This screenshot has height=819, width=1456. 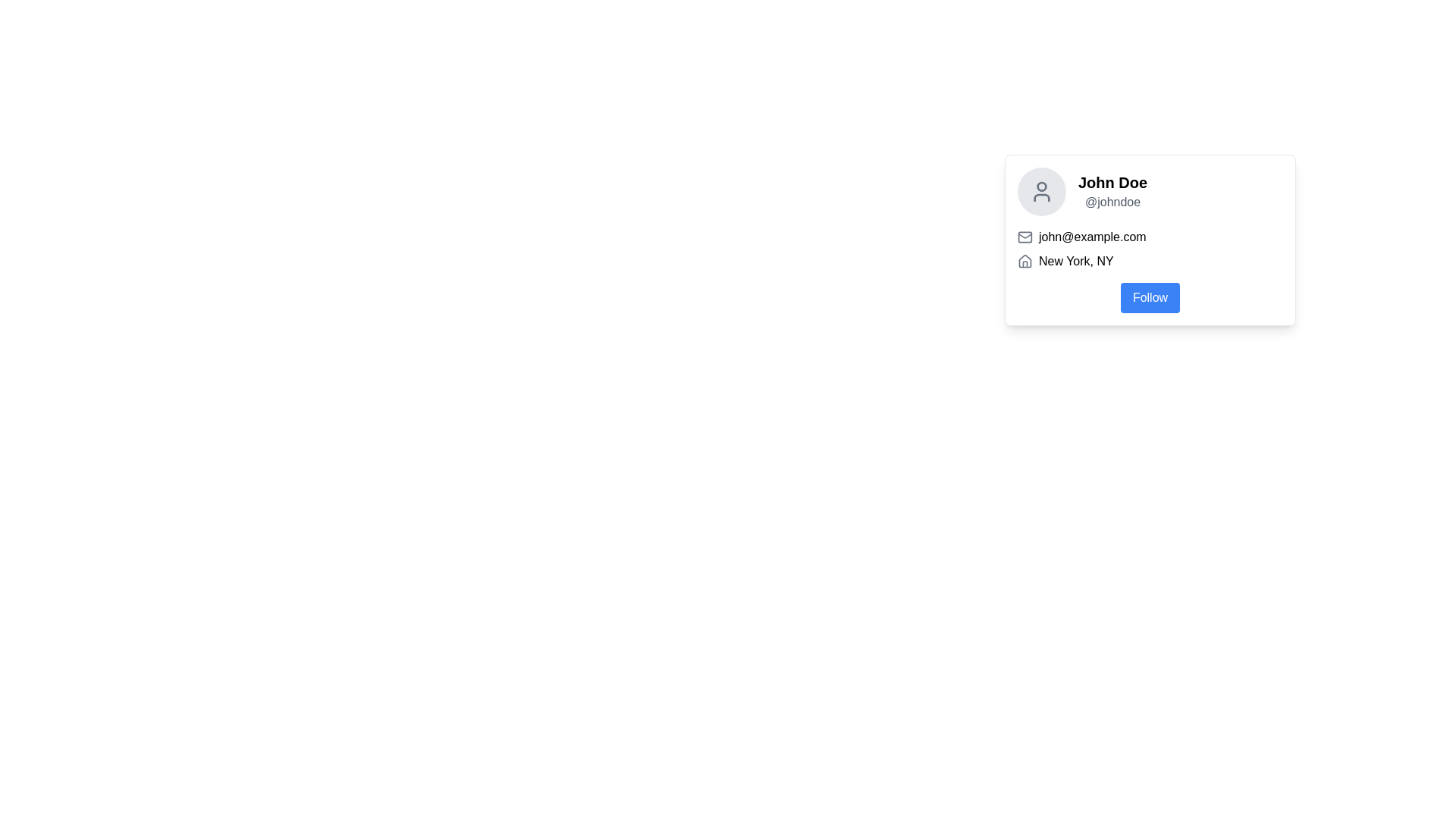 I want to click on text block containing the email address 'john@example.com' and location 'New York, NY', which is located below the profile name and username section and above the 'Follow' button, so click(x=1150, y=248).